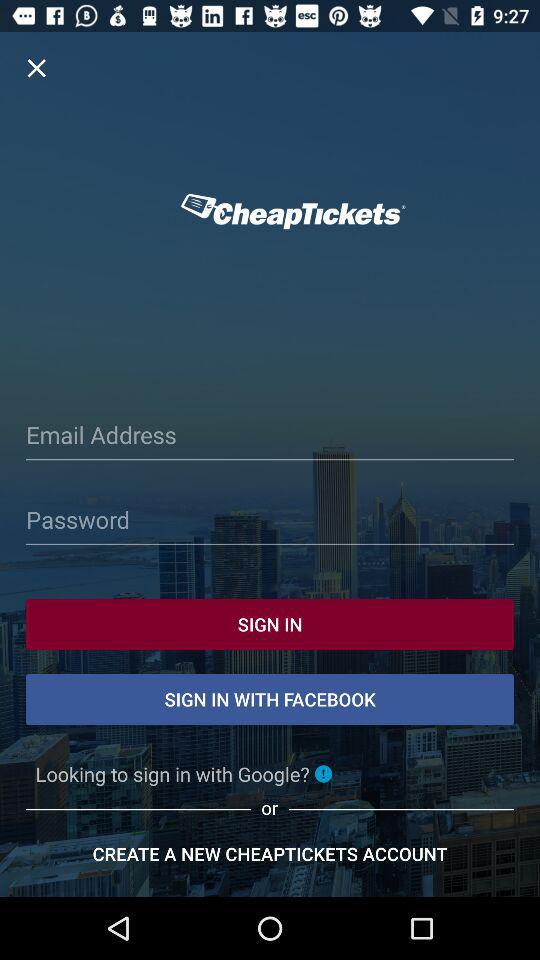  What do you see at coordinates (270, 522) in the screenshot?
I see `the text box which says password` at bounding box center [270, 522].